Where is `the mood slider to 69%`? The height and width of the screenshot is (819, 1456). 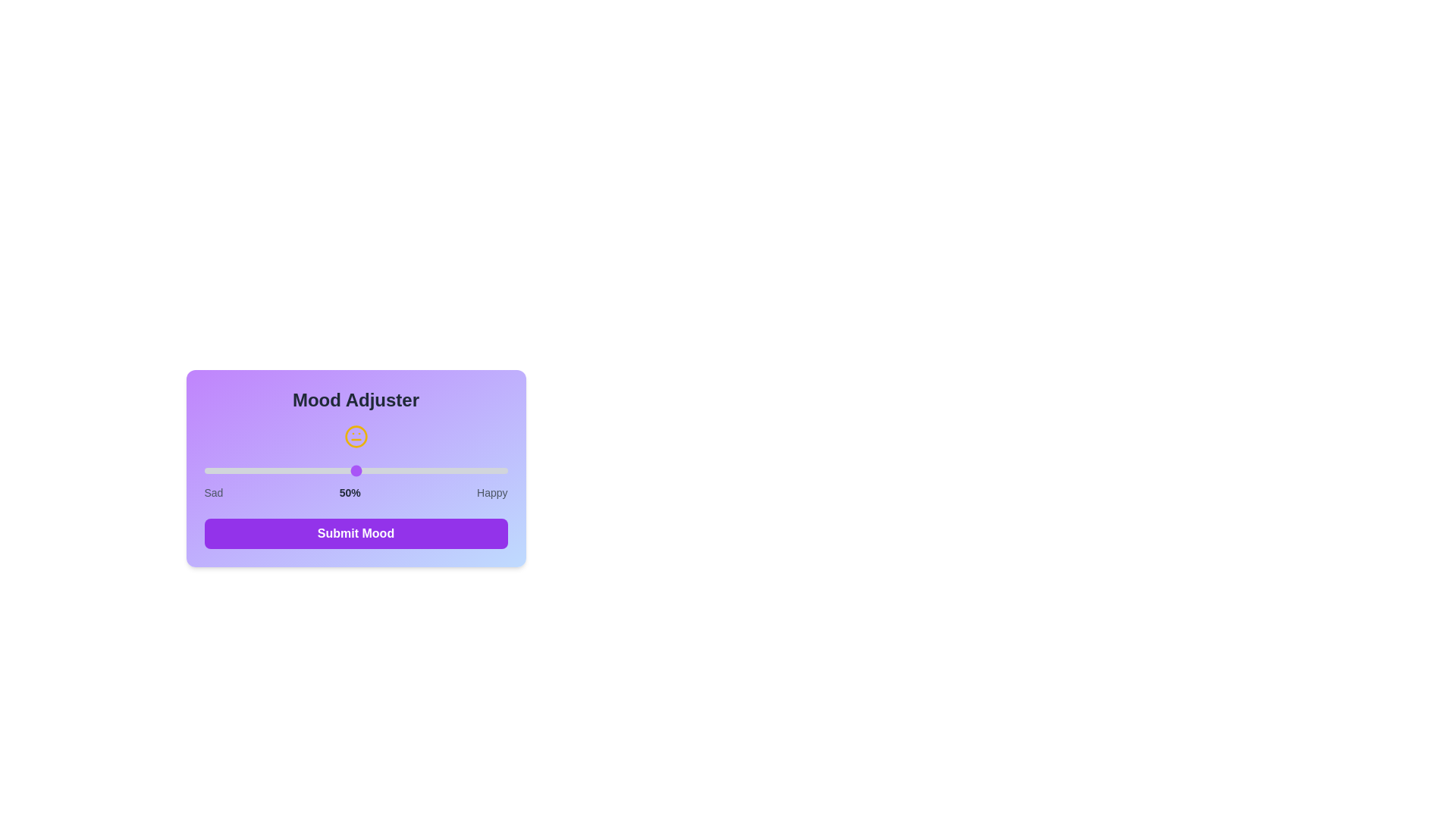 the mood slider to 69% is located at coordinates (413, 470).